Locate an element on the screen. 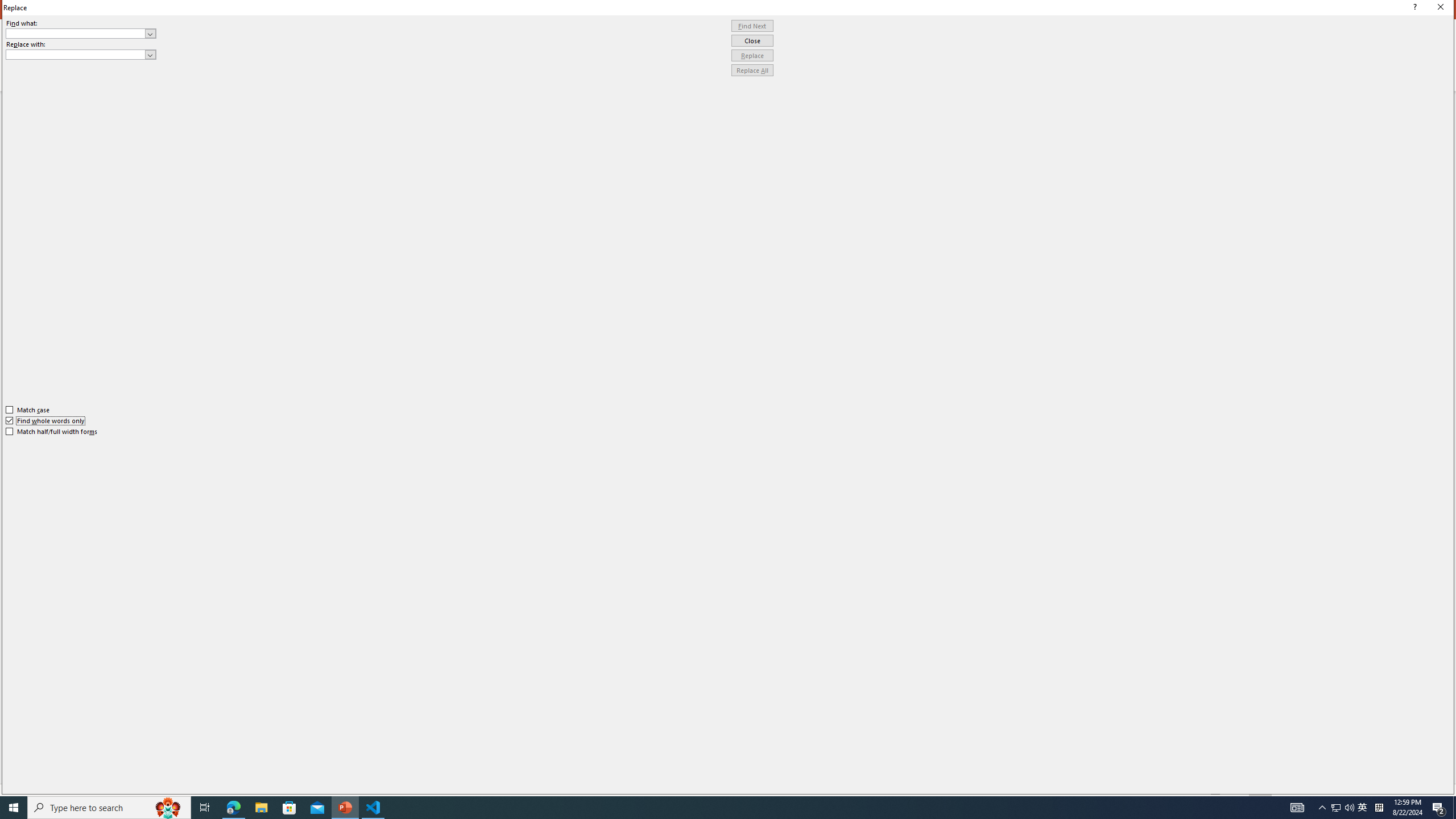  'Replace All' is located at coordinates (752, 69).